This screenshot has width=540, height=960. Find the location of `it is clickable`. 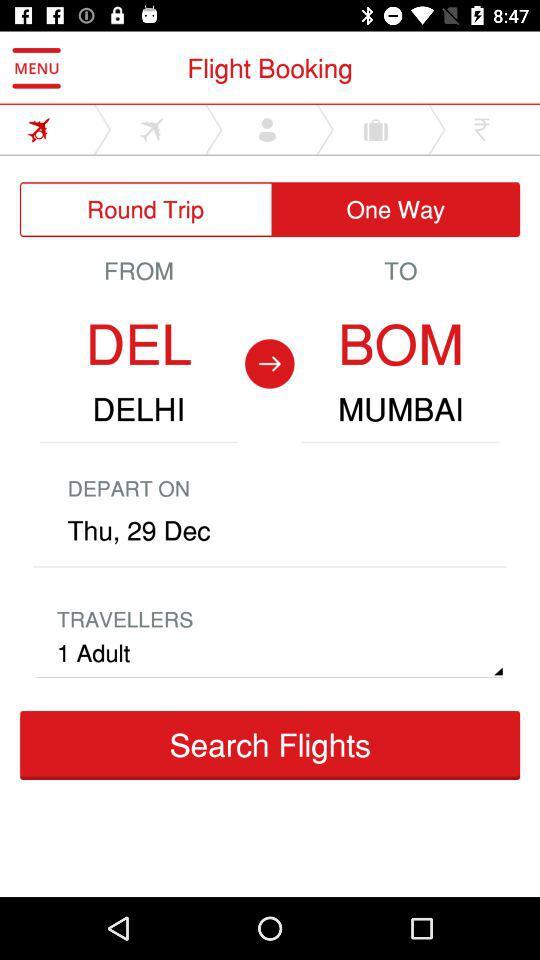

it is clickable is located at coordinates (157, 128).